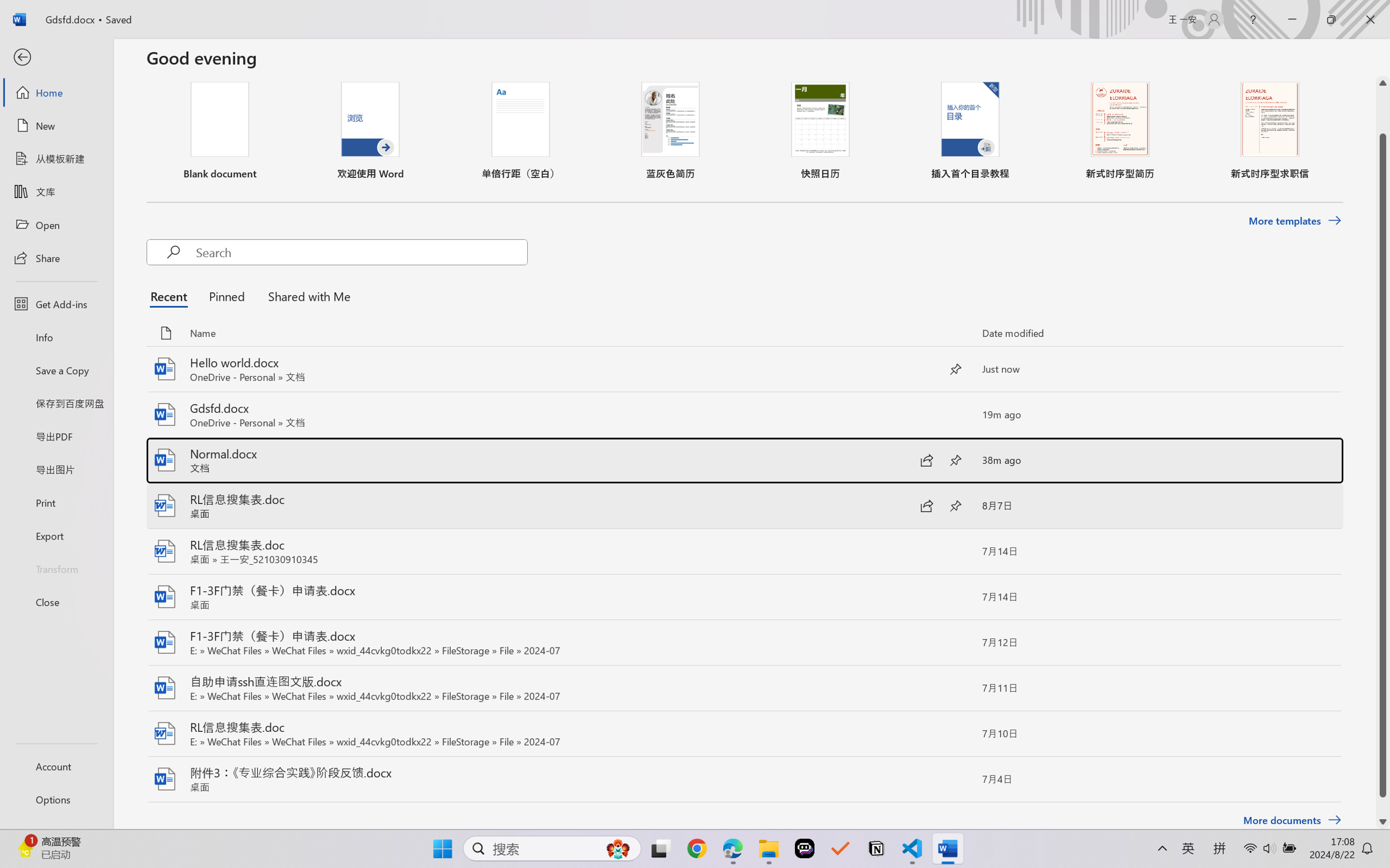 This screenshot has width=1390, height=868. Describe the element at coordinates (56, 536) in the screenshot. I see `'Export'` at that location.